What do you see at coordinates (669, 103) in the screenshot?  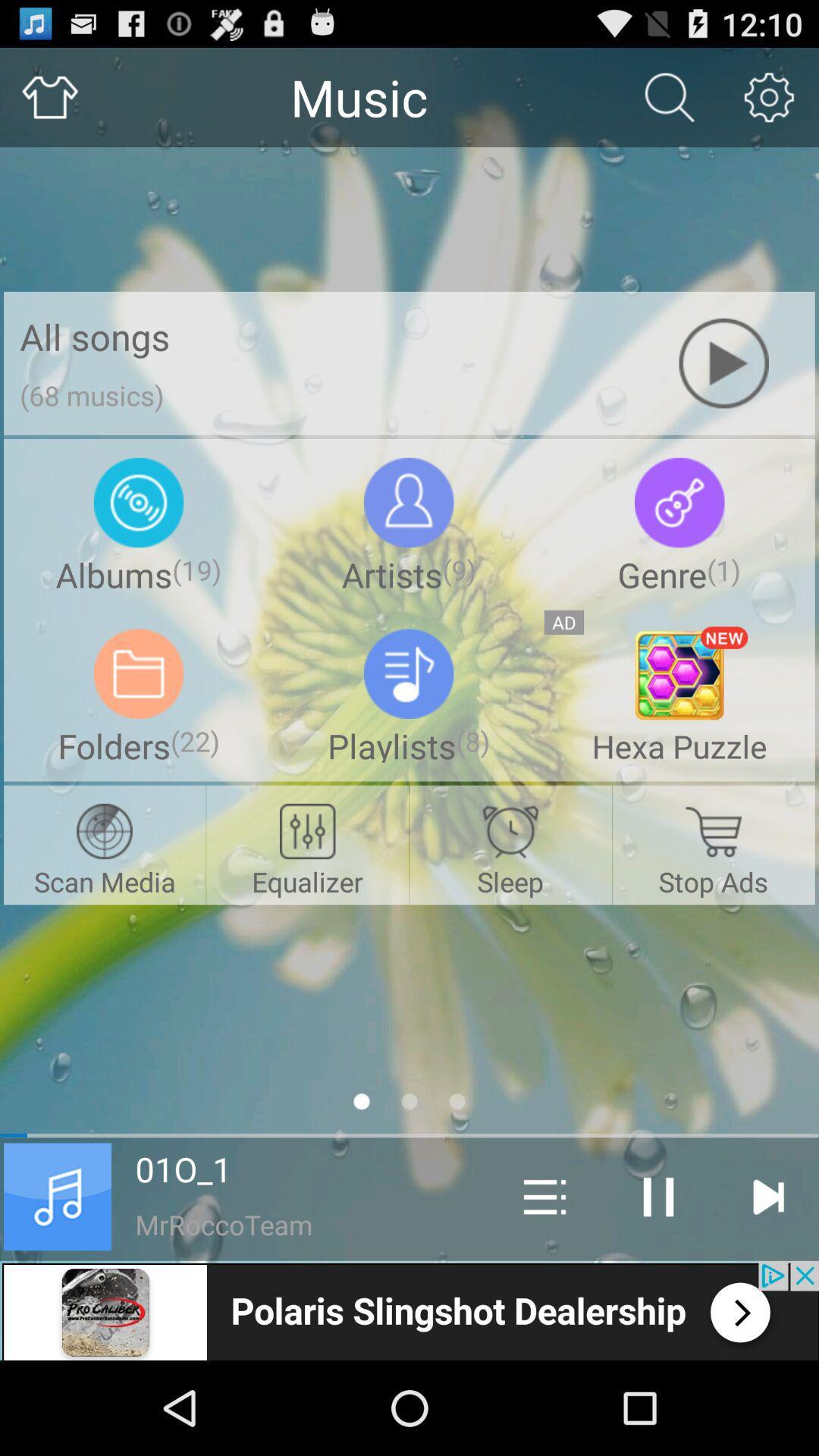 I see `the search icon` at bounding box center [669, 103].